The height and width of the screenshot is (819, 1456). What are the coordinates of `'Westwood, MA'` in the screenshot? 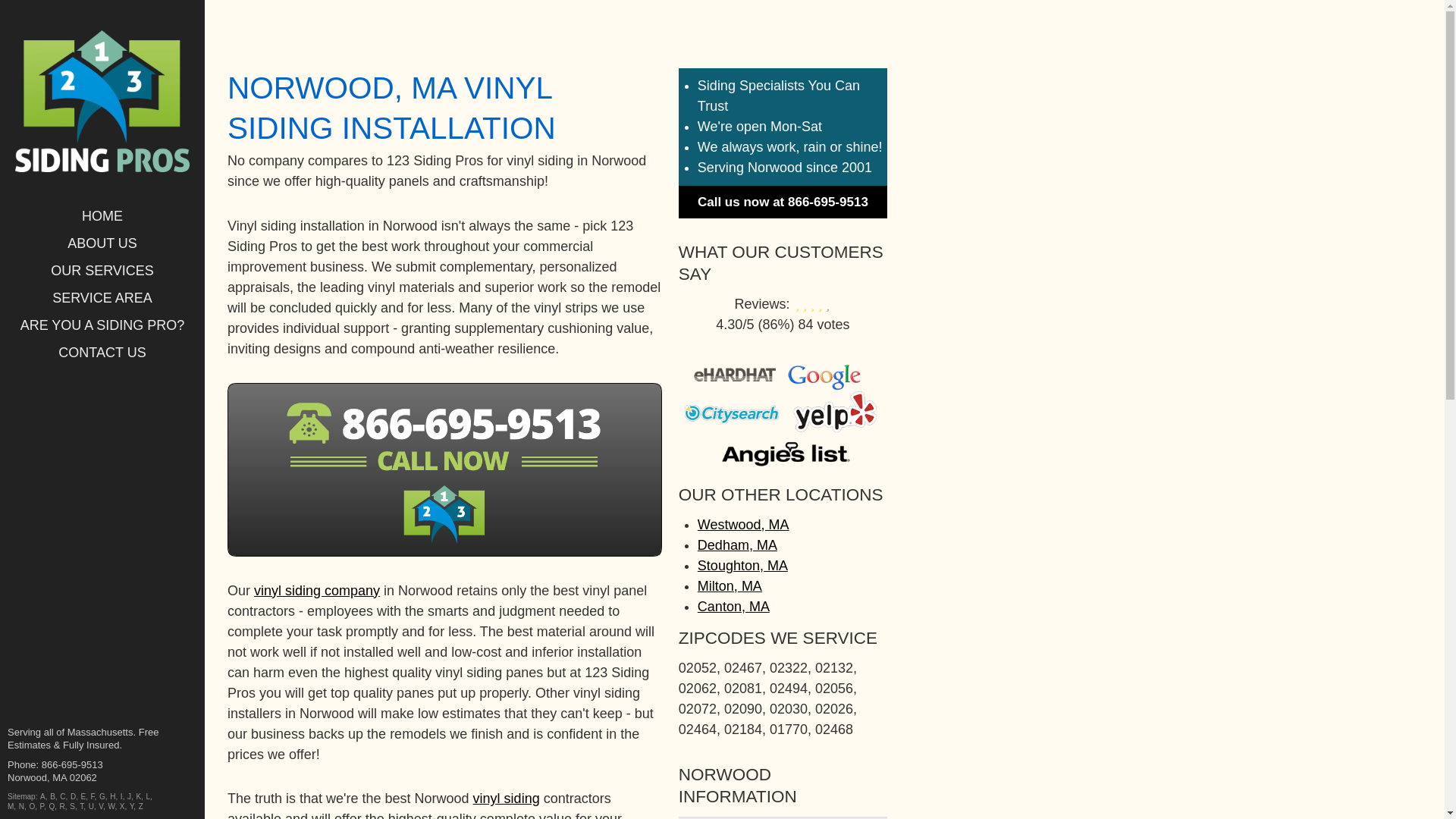 It's located at (743, 523).